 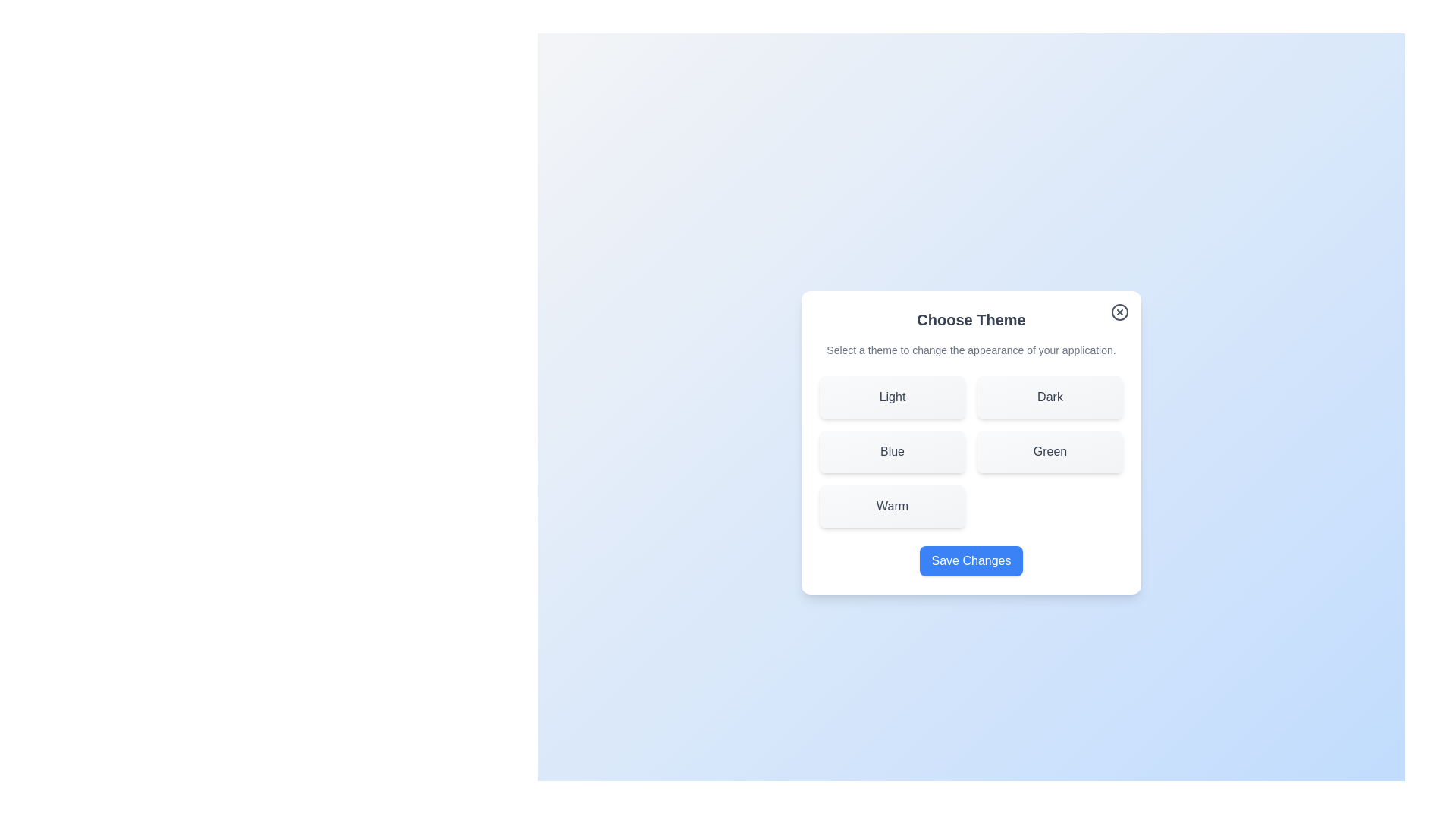 What do you see at coordinates (892, 397) in the screenshot?
I see `the theme Light by clicking its corresponding button` at bounding box center [892, 397].